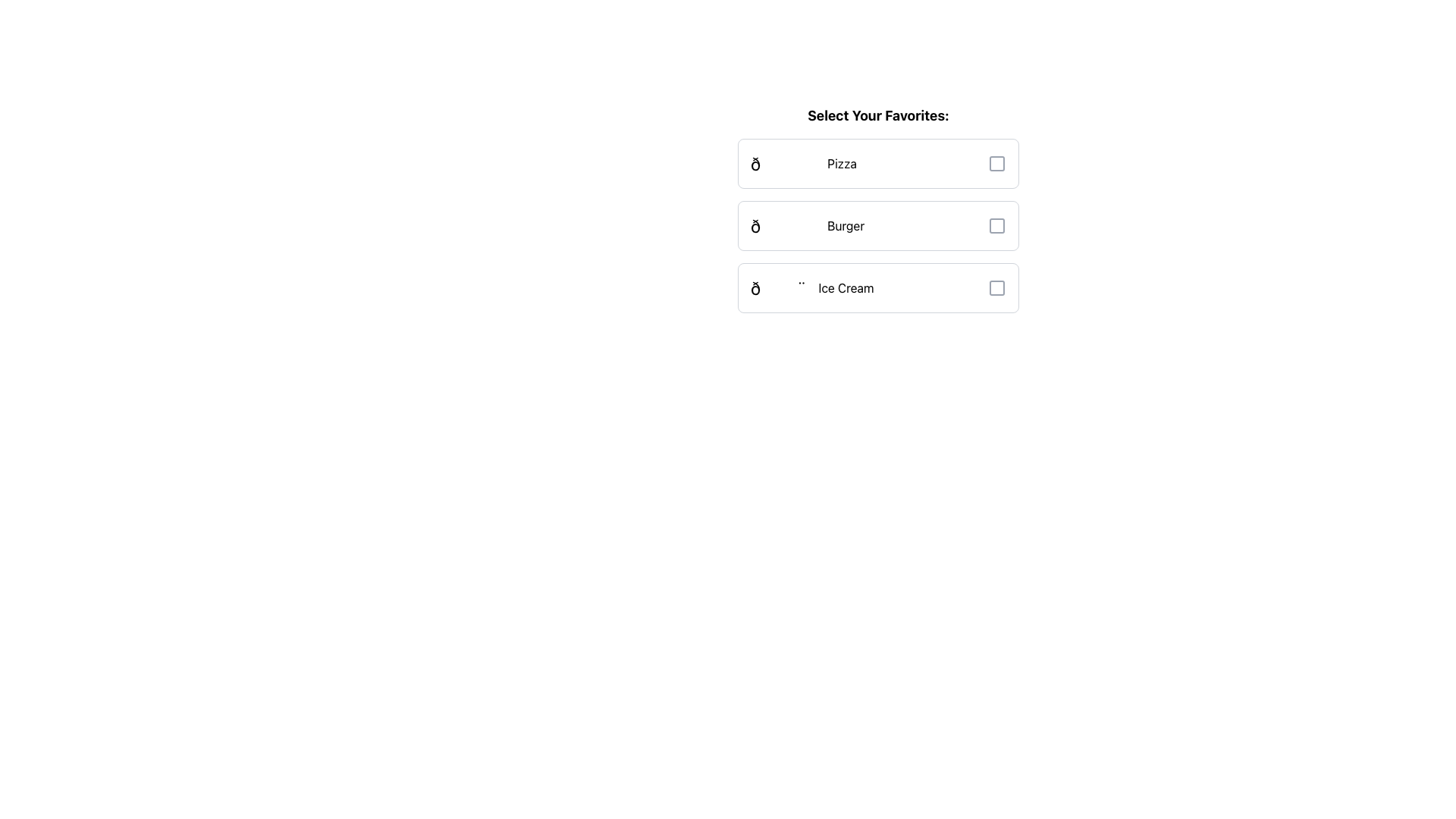 This screenshot has width=1456, height=819. What do you see at coordinates (878, 225) in the screenshot?
I see `the 'Burger' checkbox in the interactive menu` at bounding box center [878, 225].